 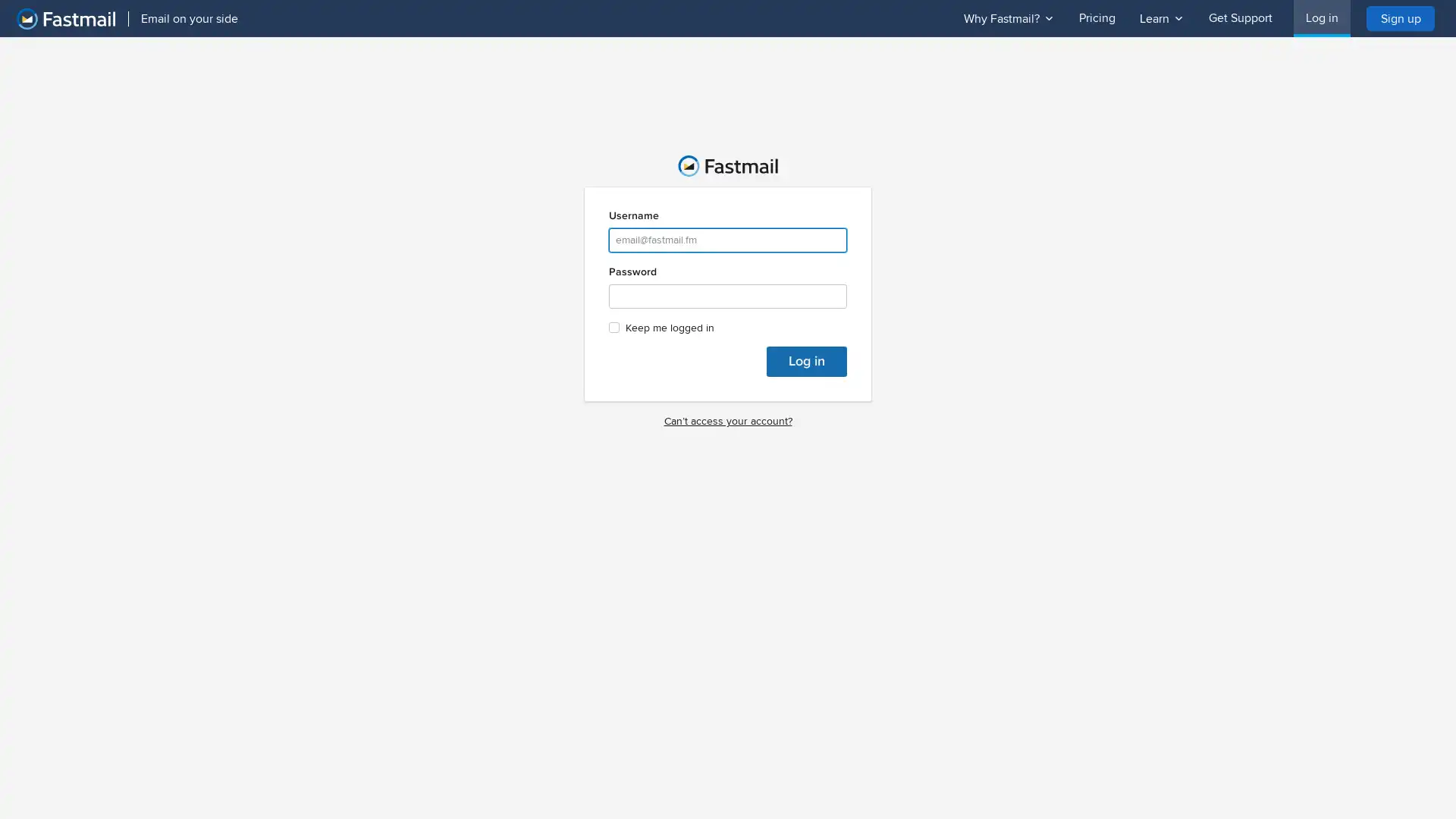 What do you see at coordinates (806, 362) in the screenshot?
I see `Log in` at bounding box center [806, 362].